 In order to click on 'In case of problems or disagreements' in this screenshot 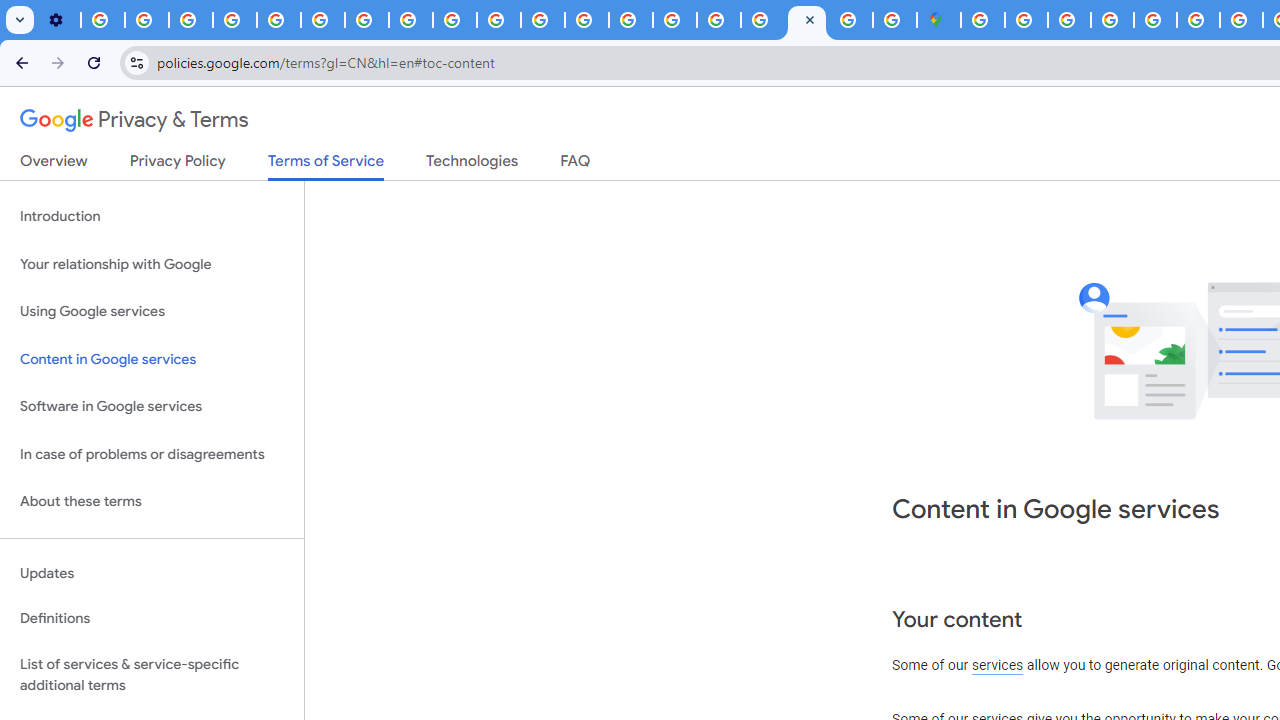, I will do `click(151, 454)`.